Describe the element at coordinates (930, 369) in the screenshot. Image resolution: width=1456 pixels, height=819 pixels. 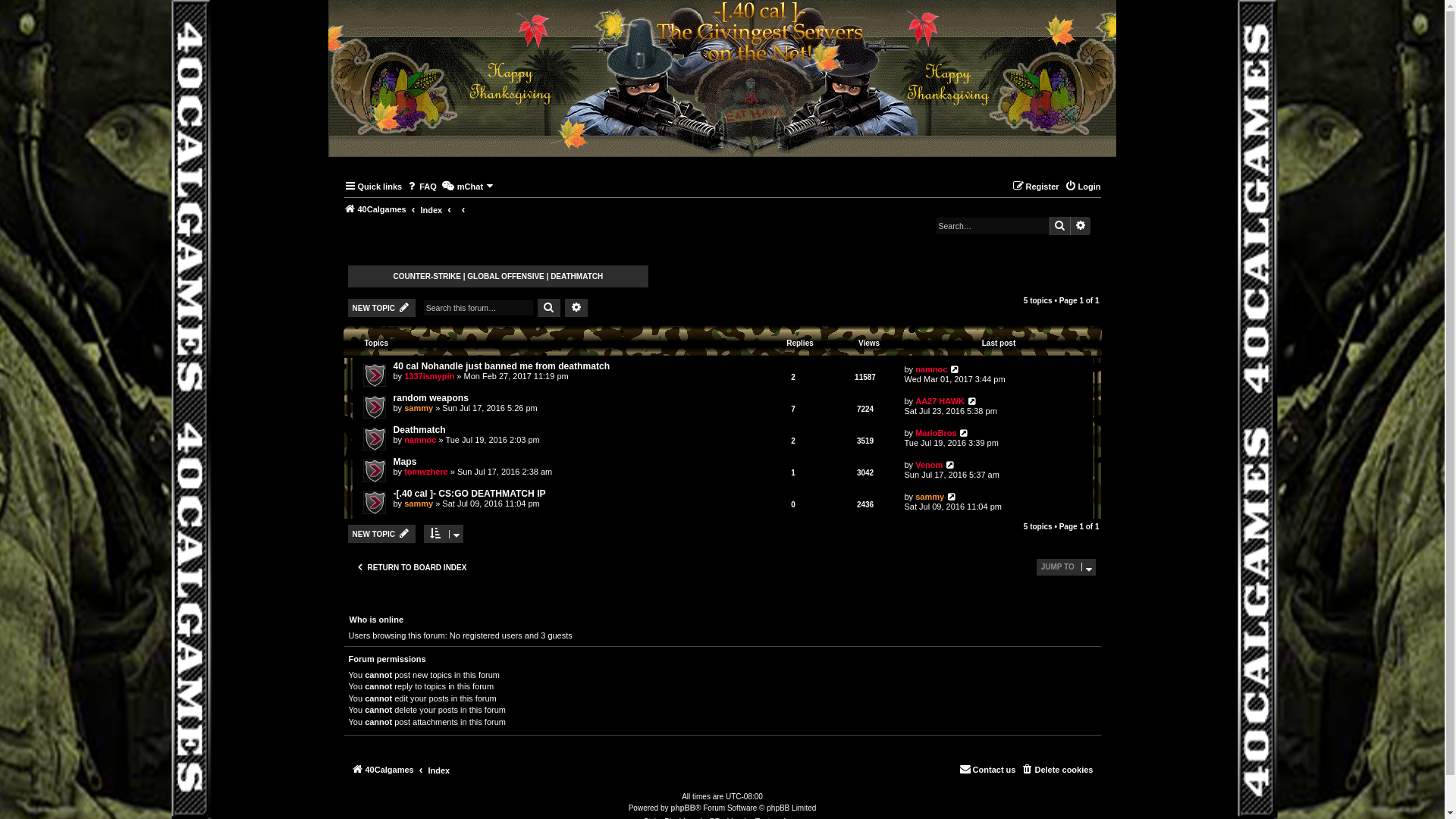
I see `'namnoc'` at that location.